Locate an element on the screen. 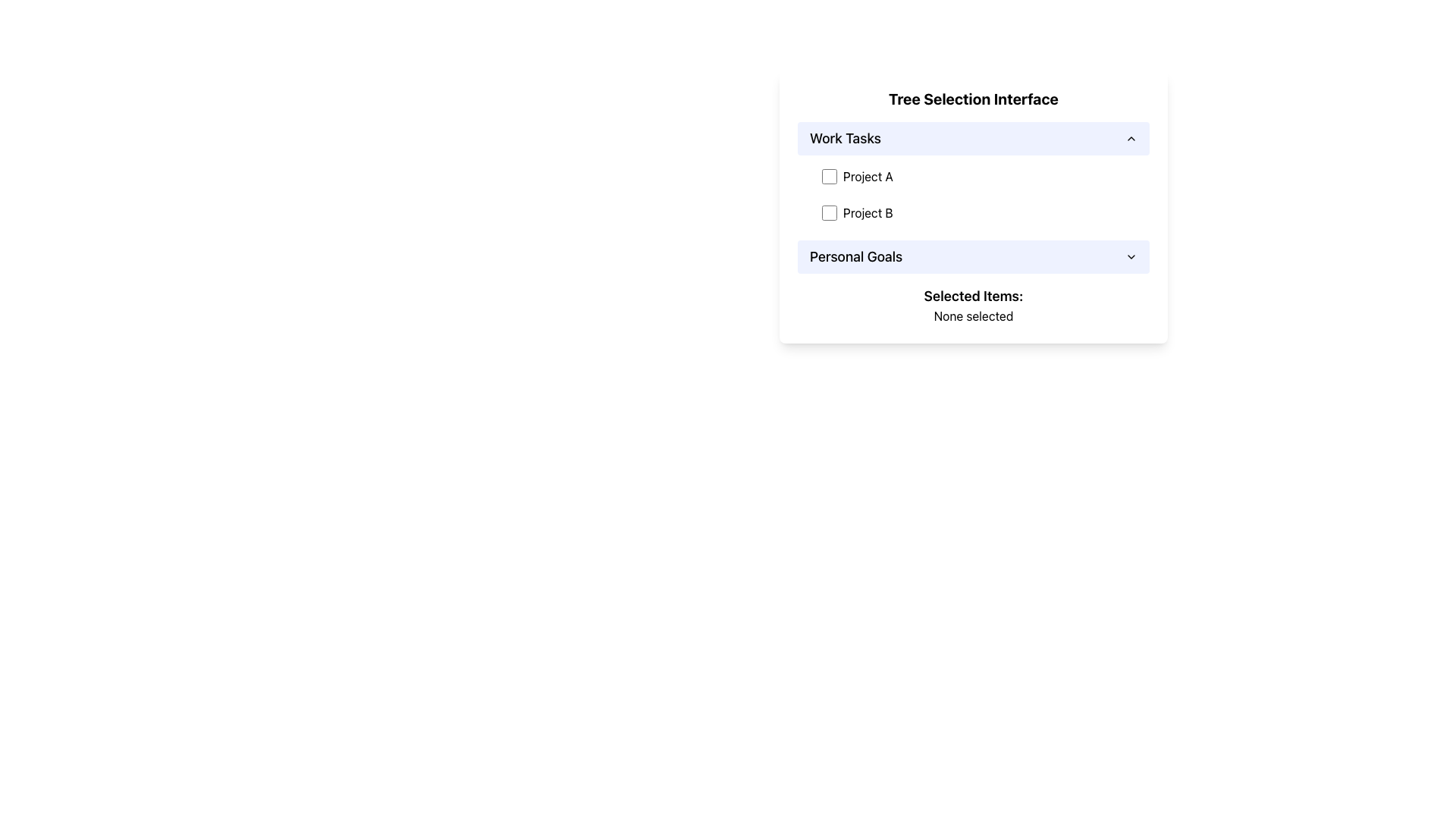 The width and height of the screenshot is (1456, 819). the 'Work Tasks' static text label, which is a bold and large font text in a light blue rectangular area, located at the top-left of a list box interface is located at coordinates (844, 138).